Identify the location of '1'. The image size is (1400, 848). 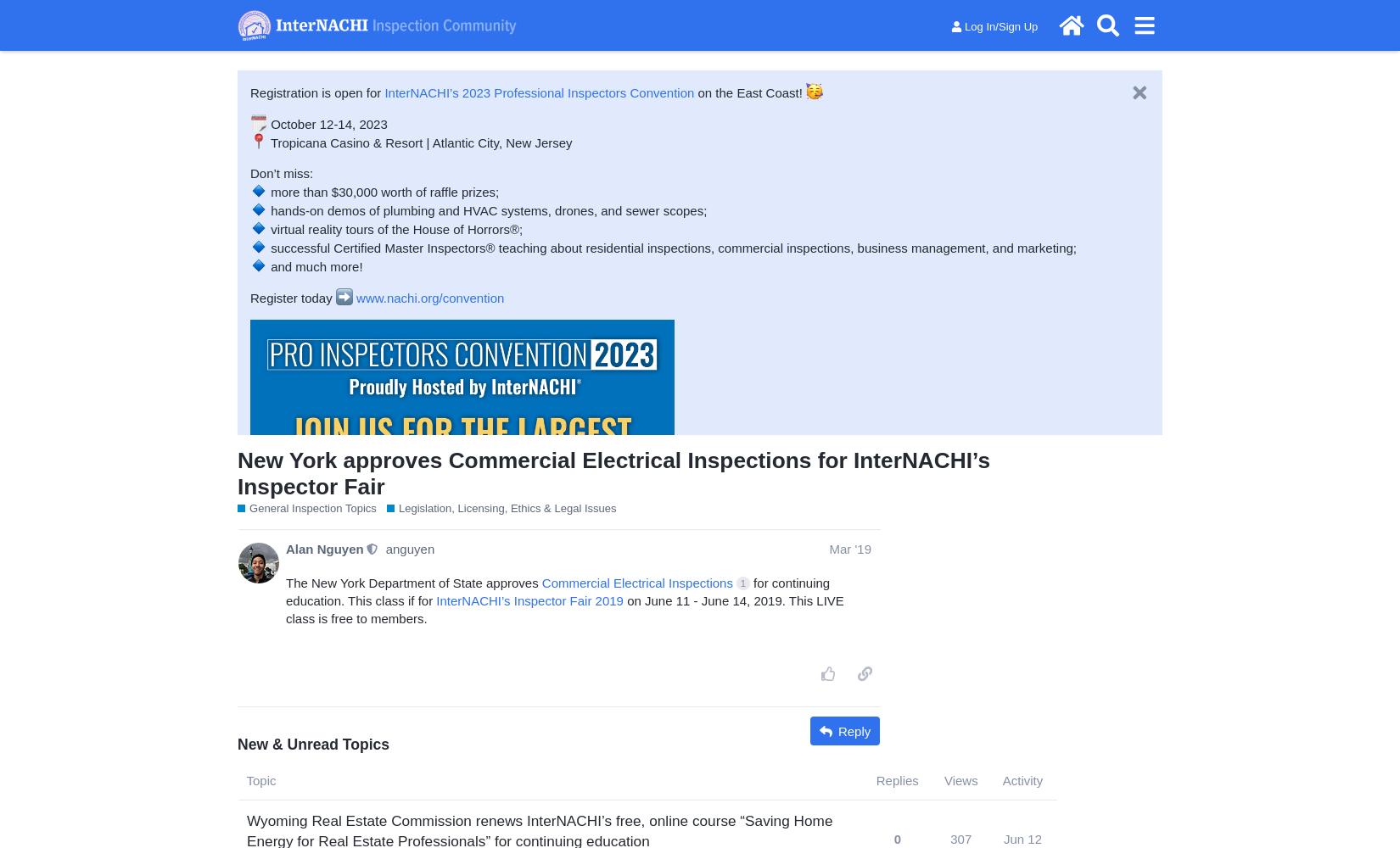
(742, 583).